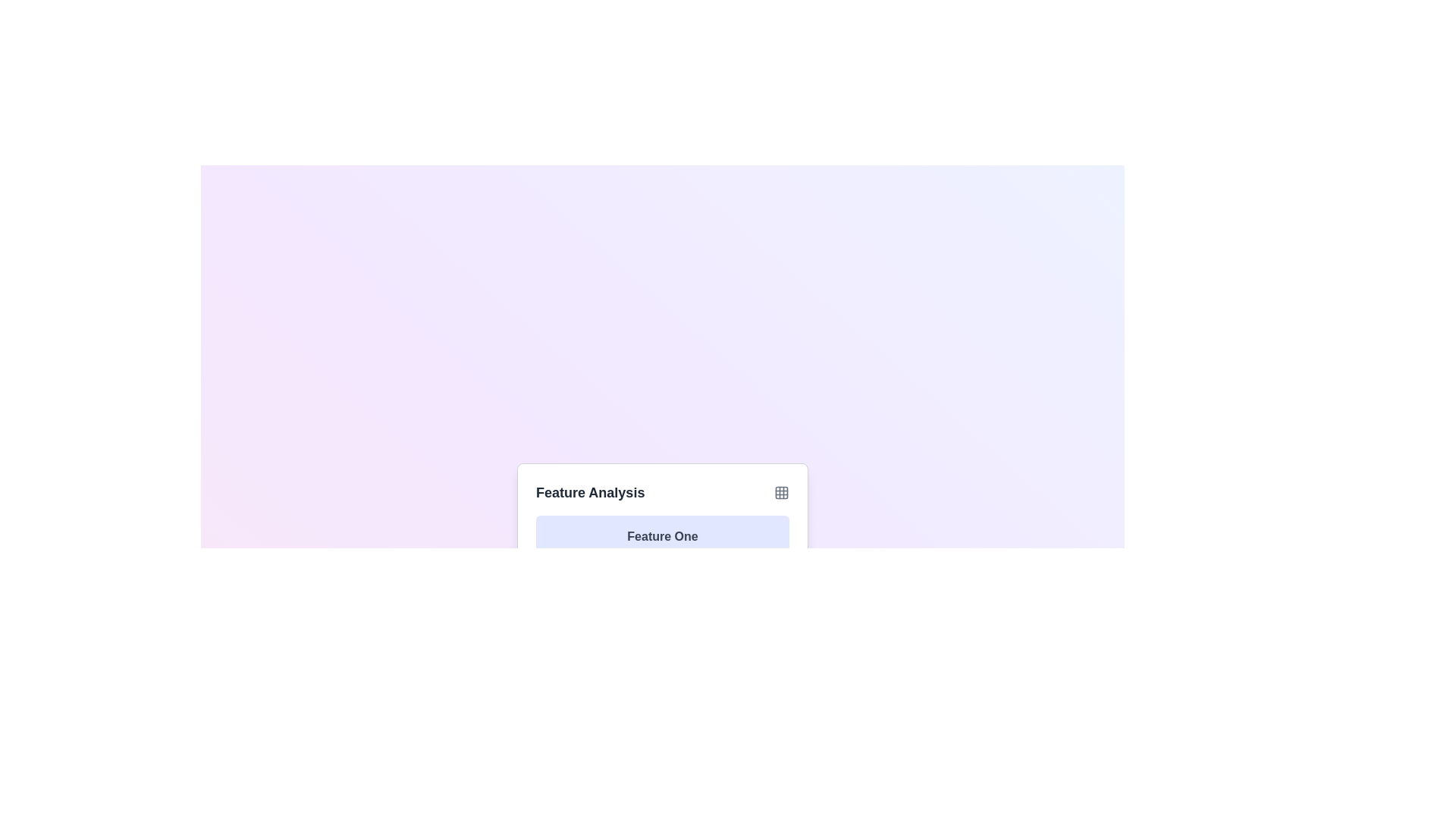 This screenshot has width=1456, height=819. What do you see at coordinates (662, 590) in the screenshot?
I see `the first row of the grid in the 'Feature Analysis' panel to inspect details related to 'Feature One.'` at bounding box center [662, 590].